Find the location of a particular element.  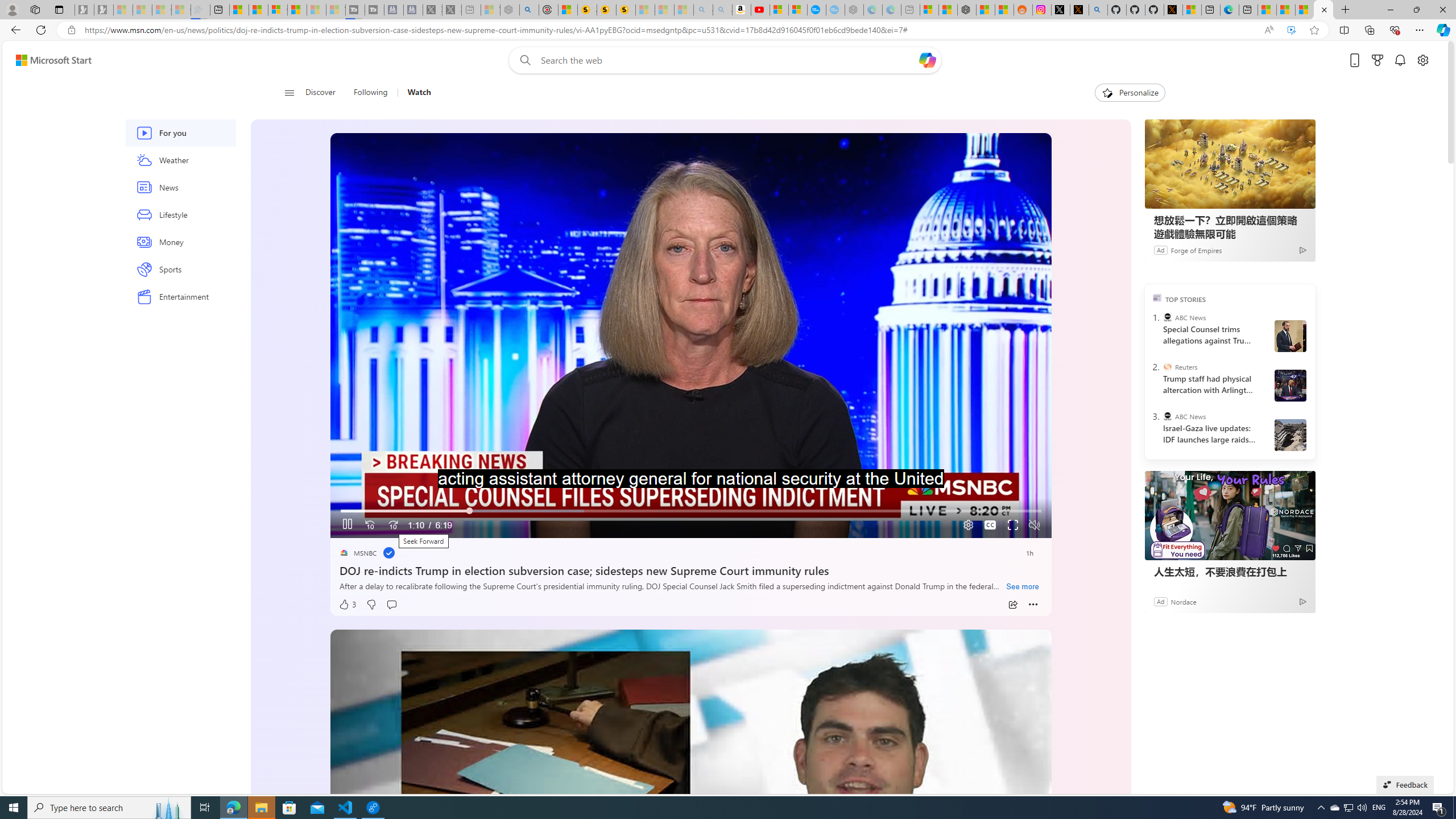

'Unmute' is located at coordinates (1034, 524).